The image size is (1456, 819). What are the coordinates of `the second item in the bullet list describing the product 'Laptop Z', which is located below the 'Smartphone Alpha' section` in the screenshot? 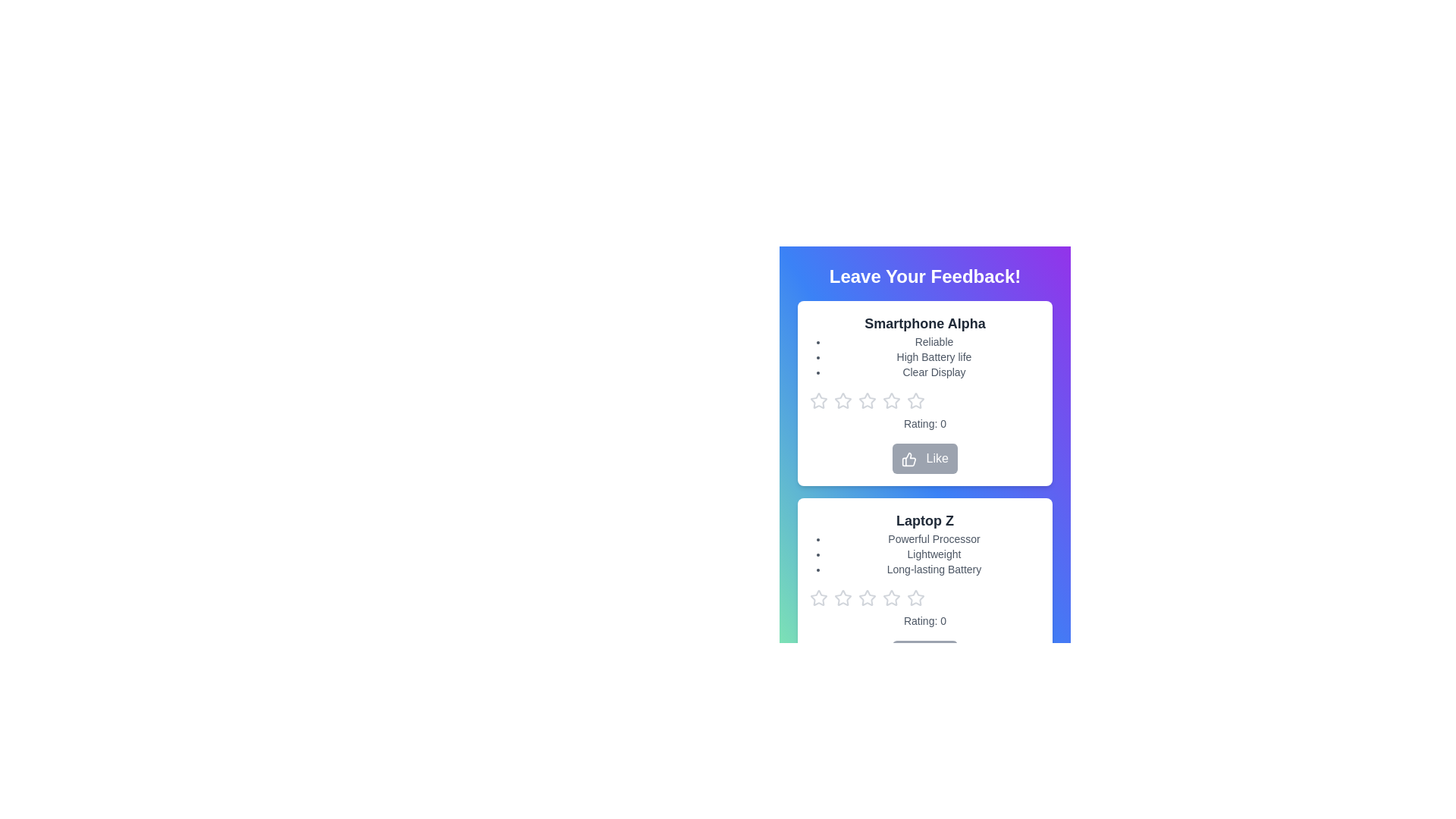 It's located at (934, 554).